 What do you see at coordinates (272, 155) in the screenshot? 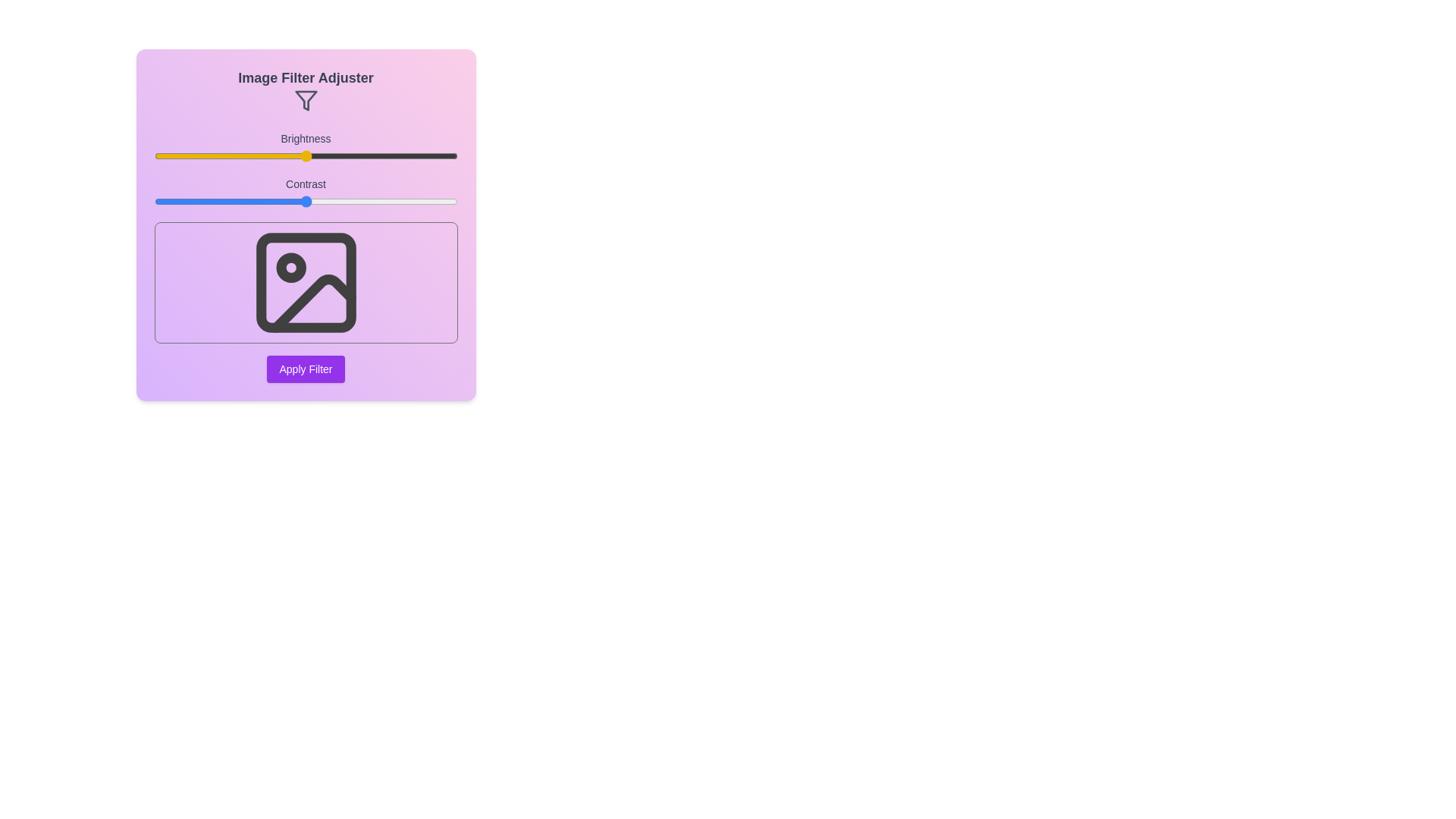
I see `the brightness slider to 39% and observe the preview image` at bounding box center [272, 155].